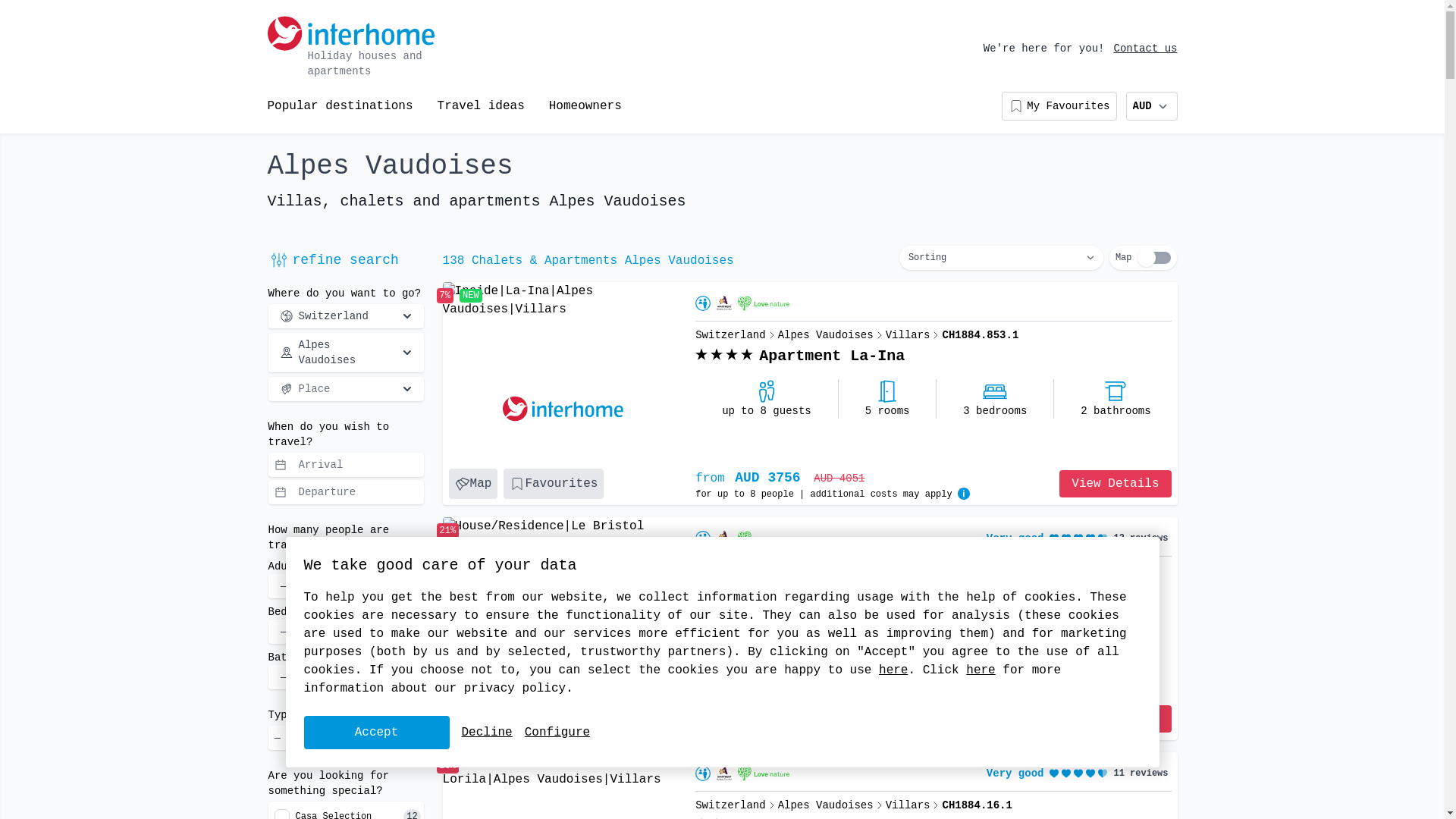 The height and width of the screenshot is (819, 1456). What do you see at coordinates (1058, 105) in the screenshot?
I see `'My Favourites'` at bounding box center [1058, 105].